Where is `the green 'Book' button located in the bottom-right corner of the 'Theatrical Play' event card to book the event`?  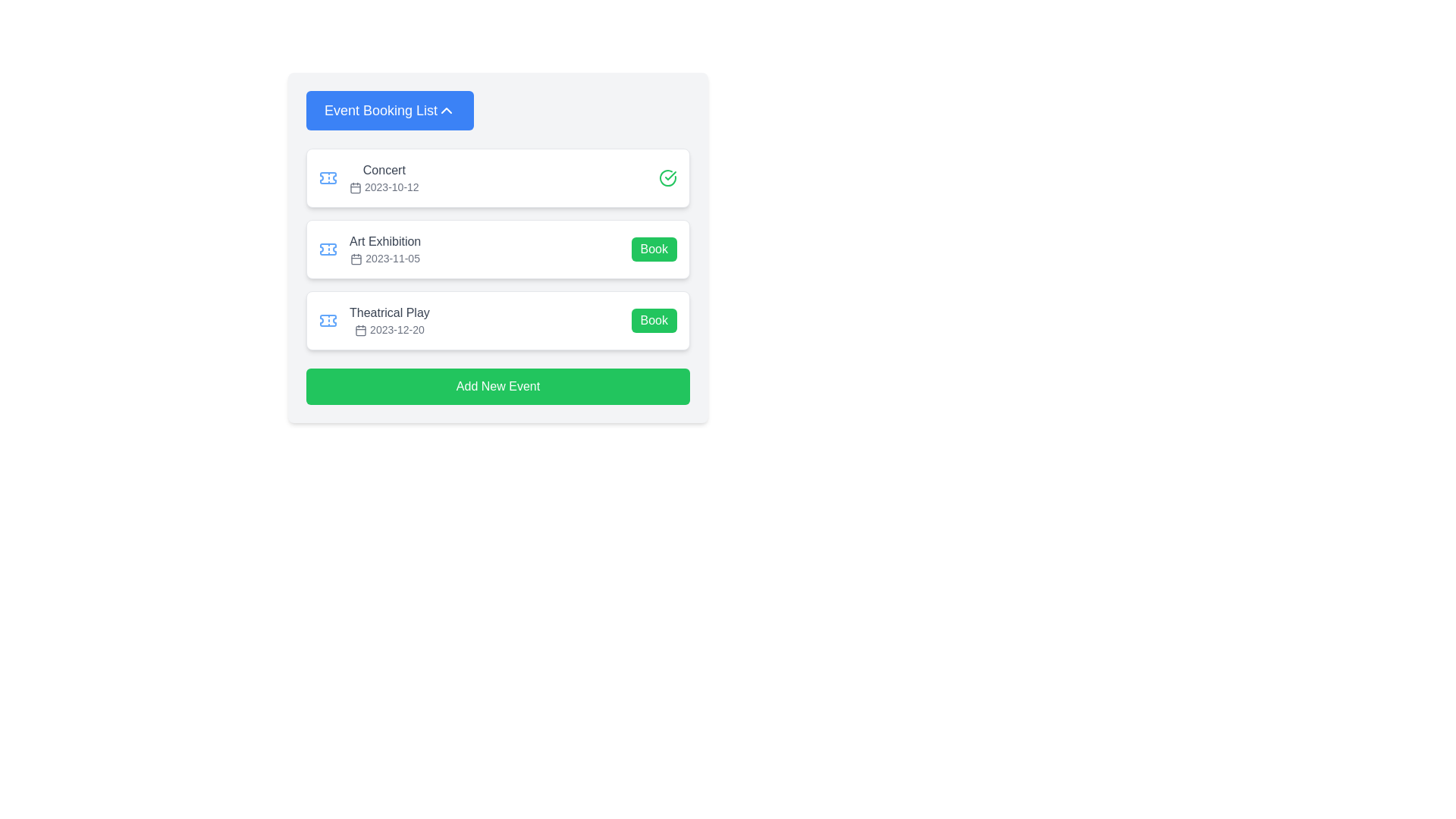 the green 'Book' button located in the bottom-right corner of the 'Theatrical Play' event card to book the event is located at coordinates (654, 320).